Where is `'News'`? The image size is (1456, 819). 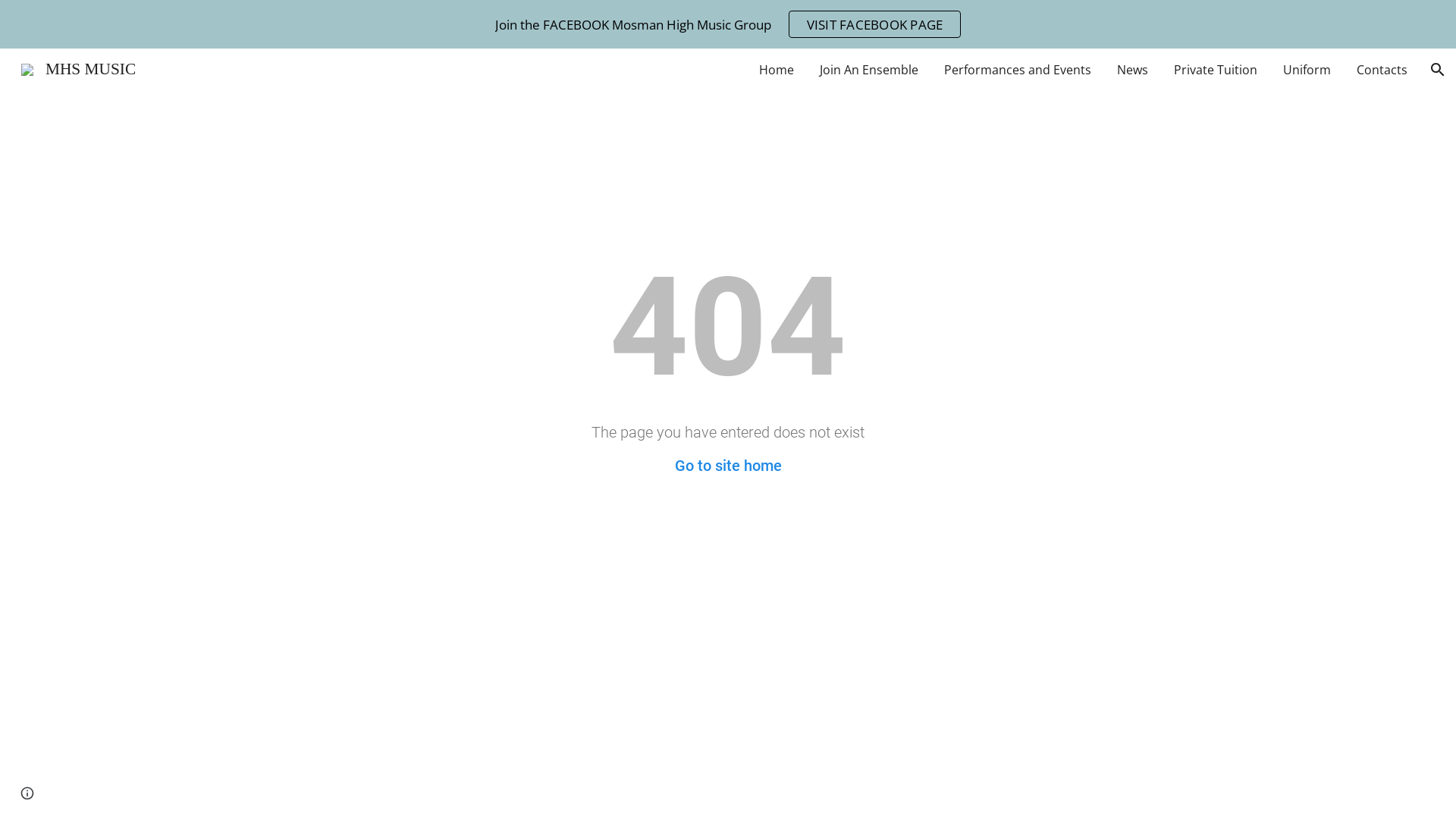 'News' is located at coordinates (1132, 70).